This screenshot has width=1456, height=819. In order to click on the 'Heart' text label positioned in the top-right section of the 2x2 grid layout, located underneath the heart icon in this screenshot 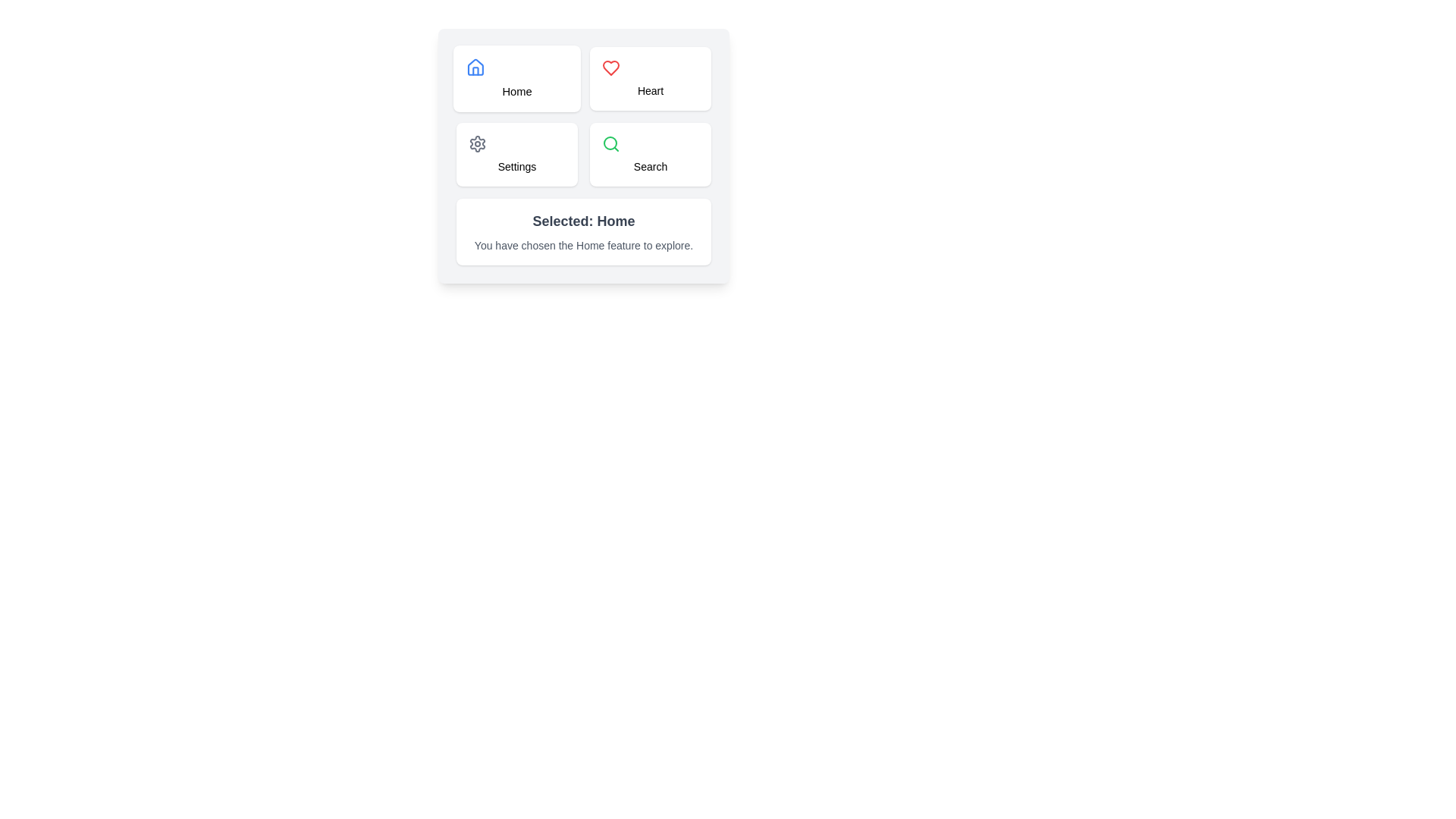, I will do `click(651, 90)`.